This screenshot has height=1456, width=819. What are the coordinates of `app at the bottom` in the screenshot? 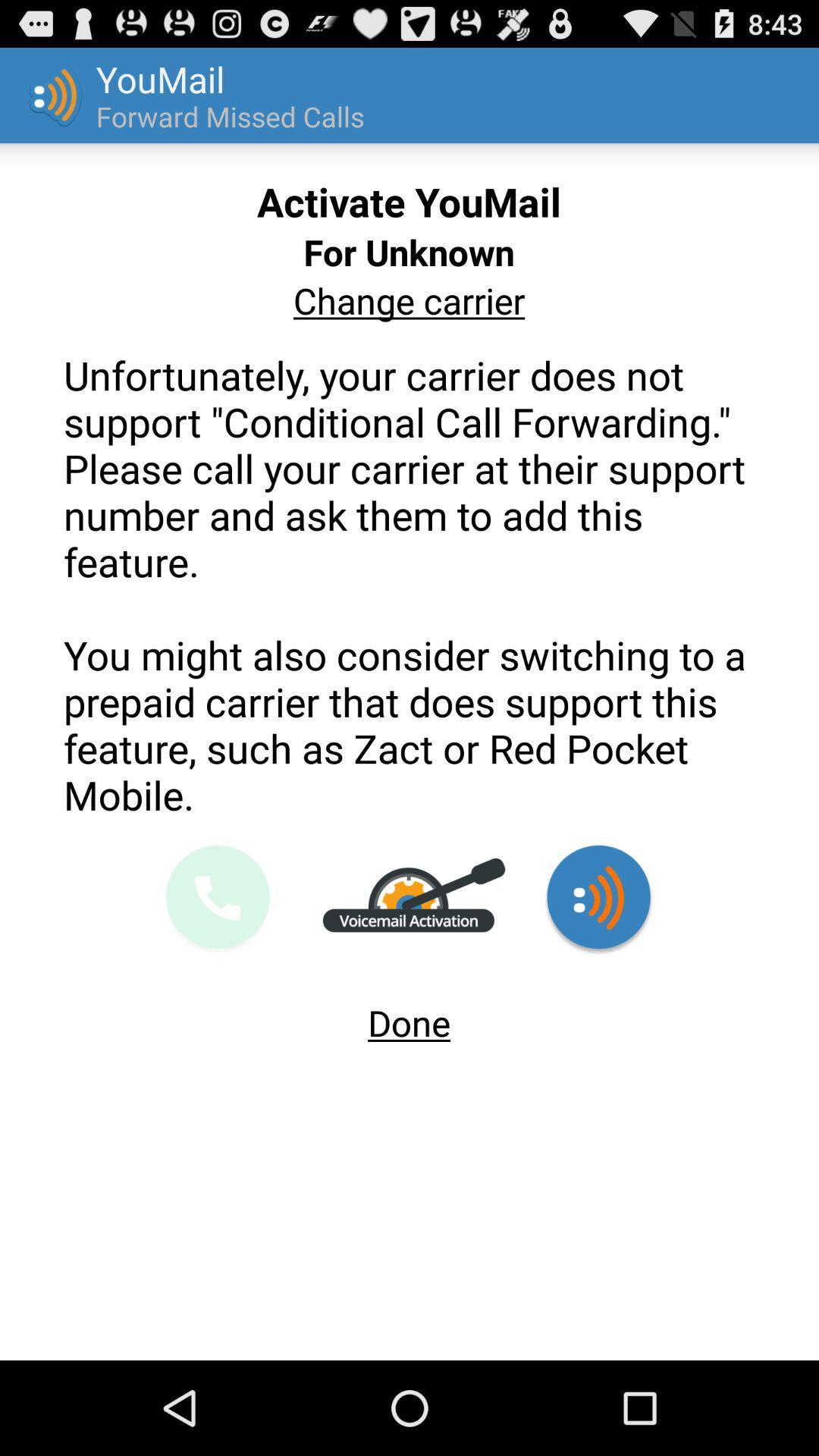 It's located at (408, 1016).